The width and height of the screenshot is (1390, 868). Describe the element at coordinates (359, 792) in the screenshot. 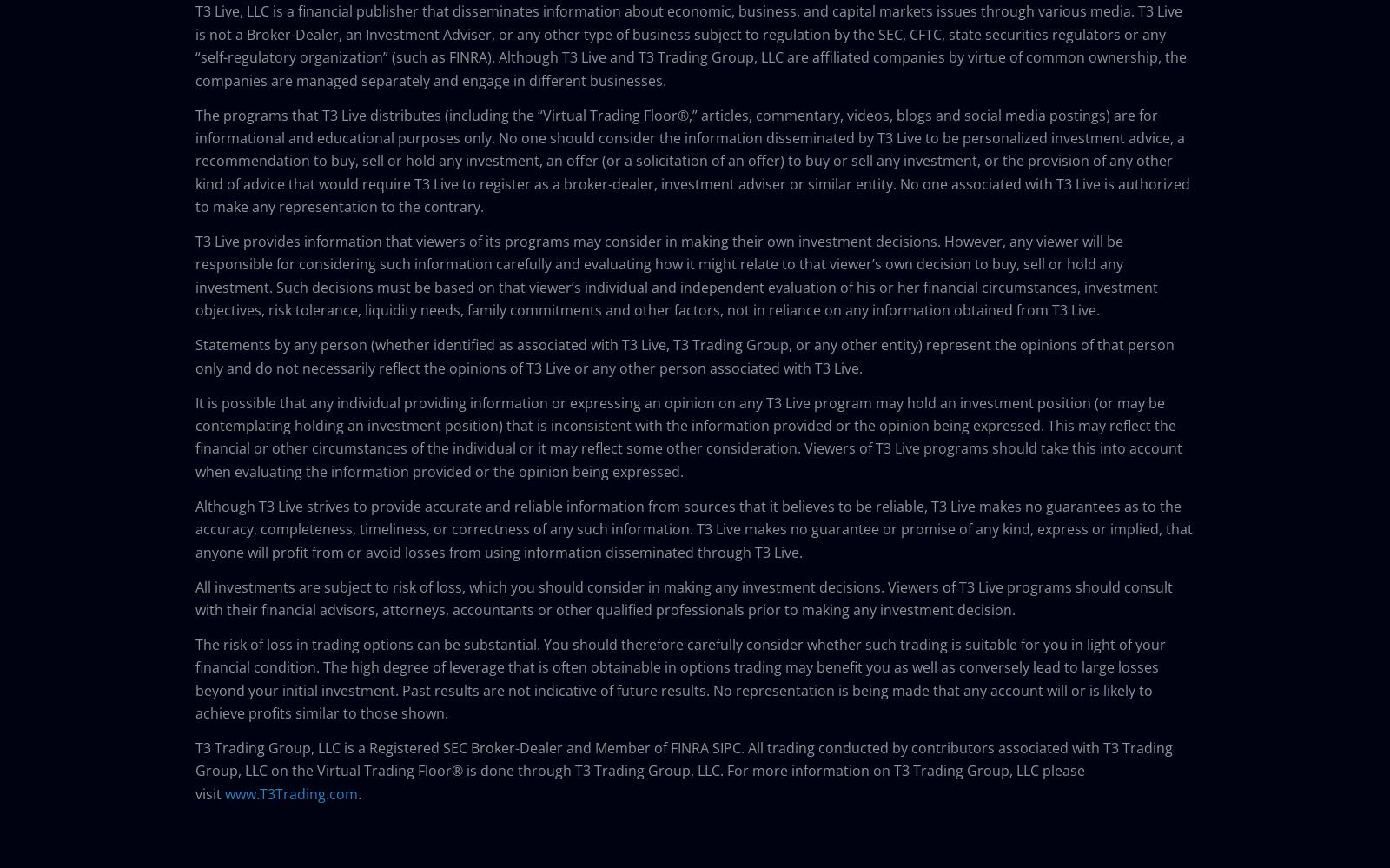

I see `'.'` at that location.